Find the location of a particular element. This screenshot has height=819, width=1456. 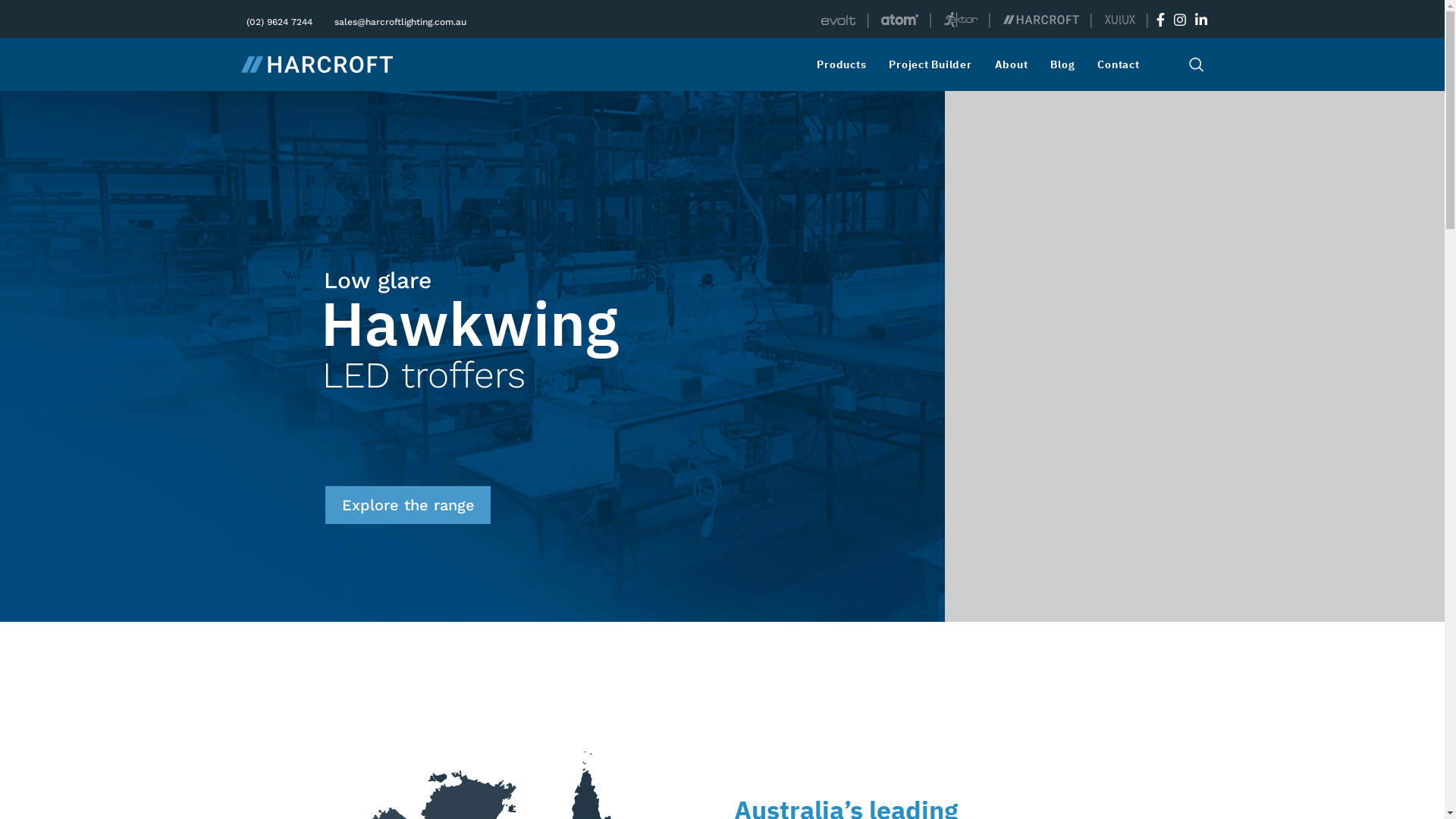

'(02) 9624 7244' is located at coordinates (243, 20).